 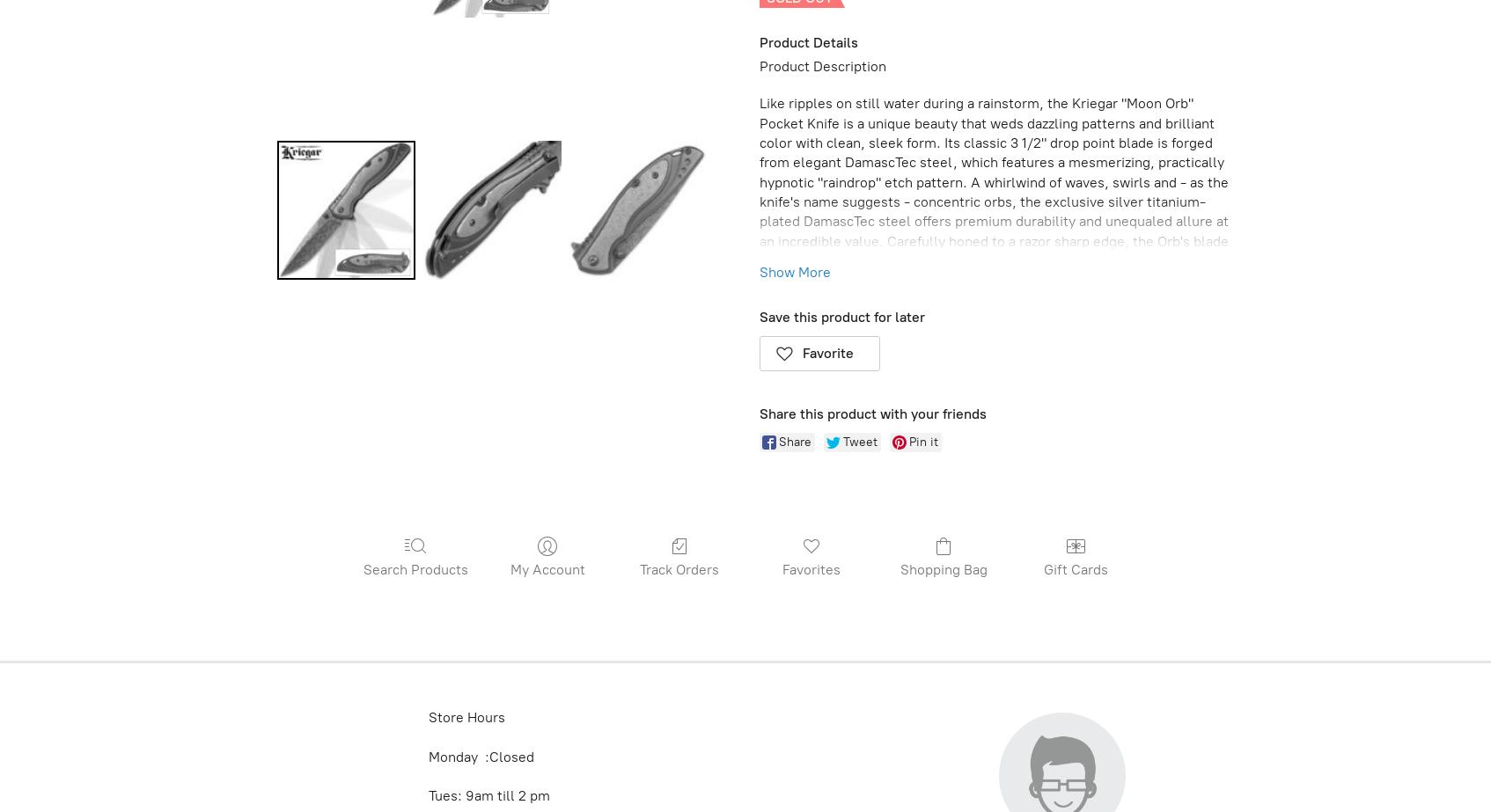 I want to click on 'Share', so click(x=794, y=440).